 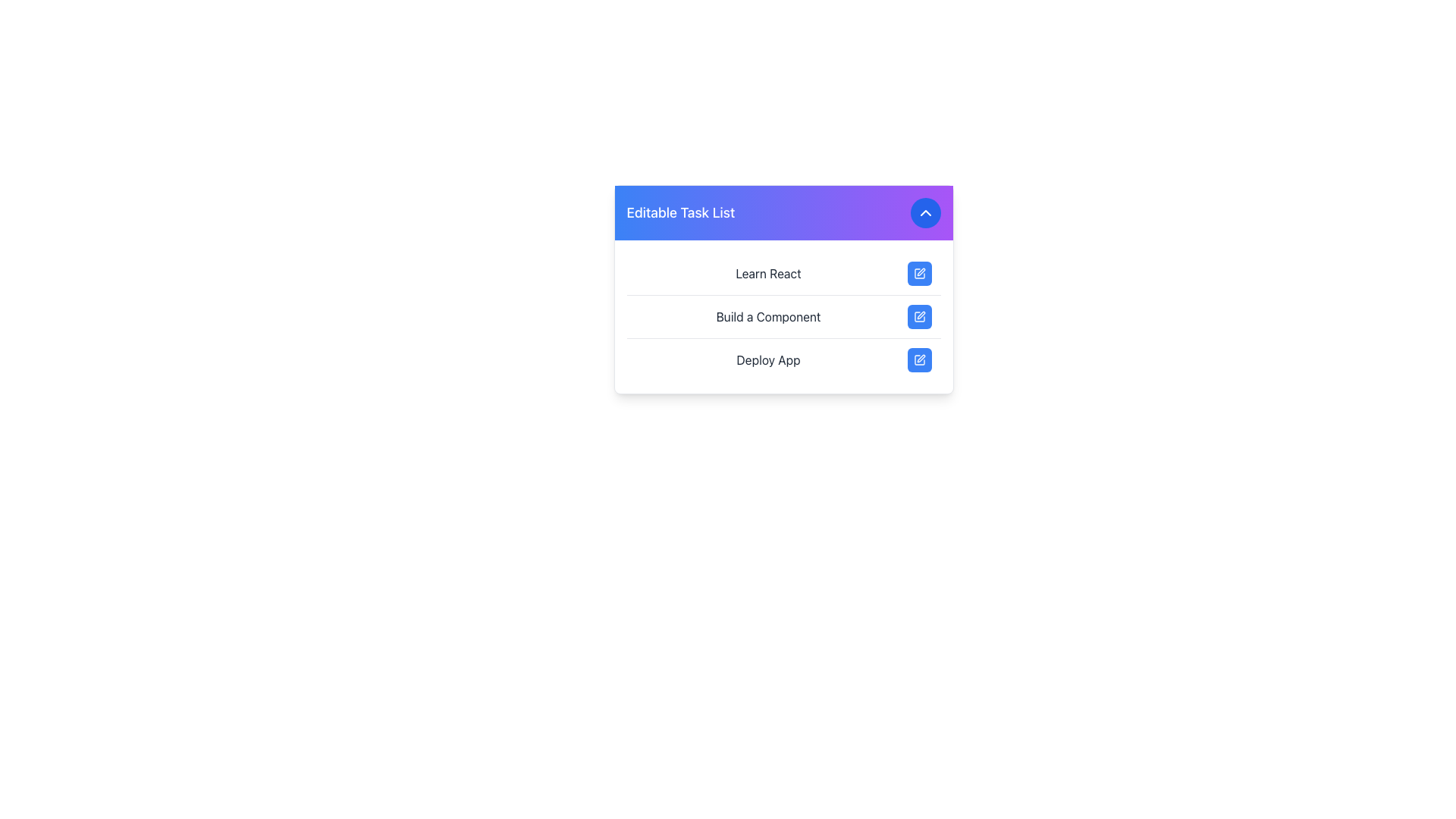 What do you see at coordinates (920, 359) in the screenshot?
I see `the 'edit' icon located on the rightmost side of the button in the 'Deploy App' row to initiate the edit mode for the task` at bounding box center [920, 359].